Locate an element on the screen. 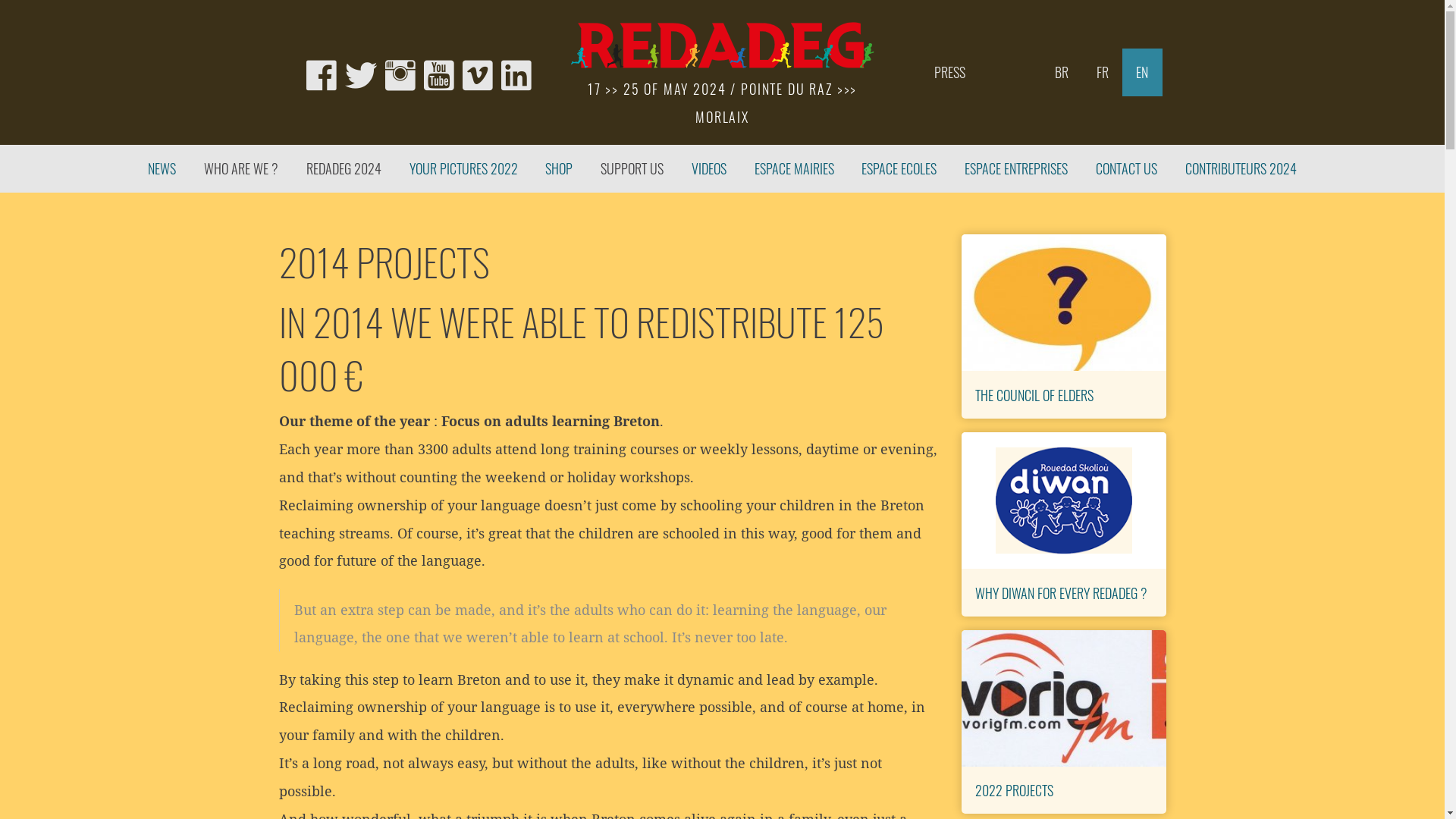 This screenshot has width=1456, height=819. 'WHY DIWAN FOR EVERY REDADEG ?' is located at coordinates (1060, 591).